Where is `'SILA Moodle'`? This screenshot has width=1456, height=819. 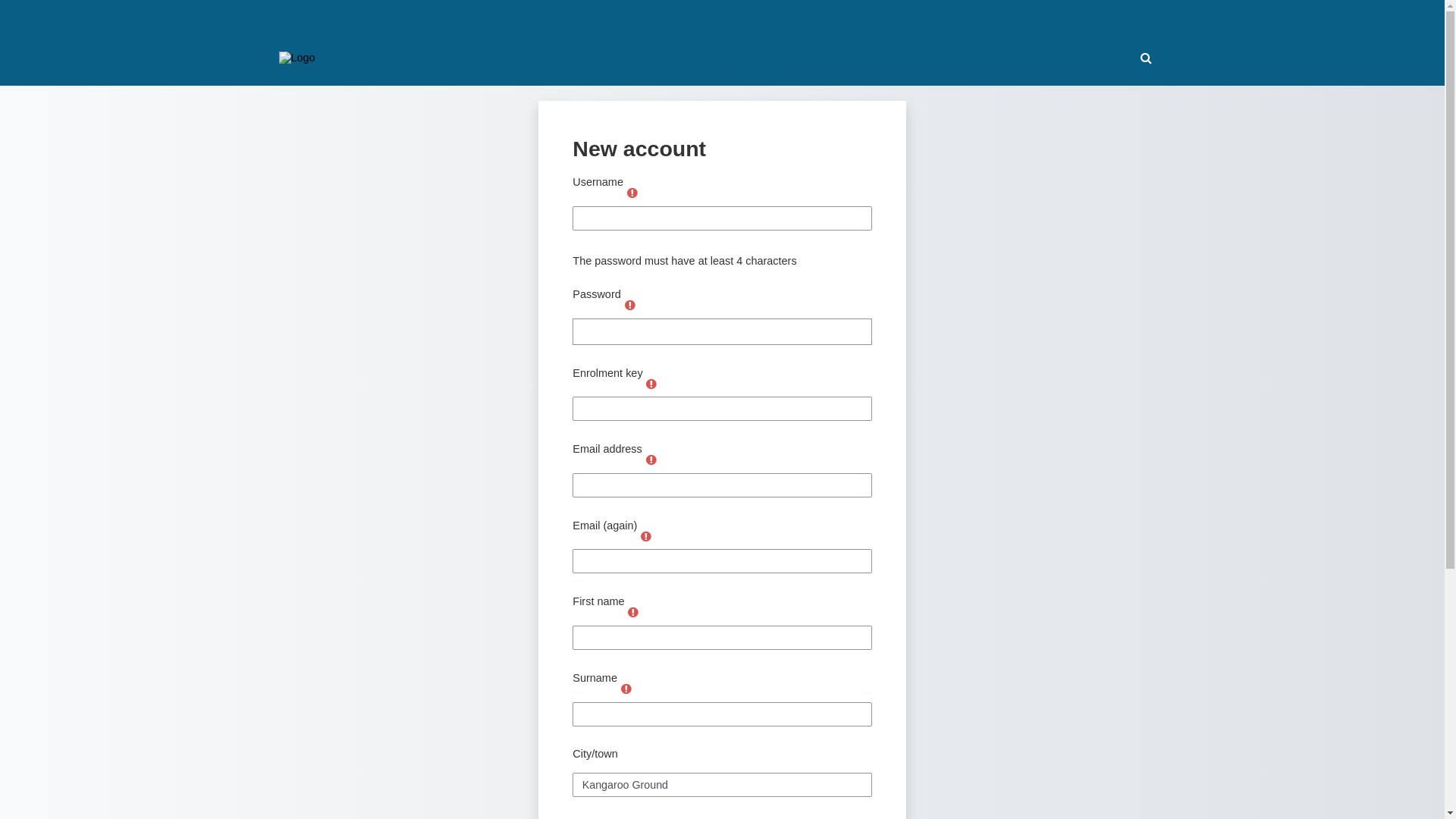
'SILA Moodle' is located at coordinates (297, 57).